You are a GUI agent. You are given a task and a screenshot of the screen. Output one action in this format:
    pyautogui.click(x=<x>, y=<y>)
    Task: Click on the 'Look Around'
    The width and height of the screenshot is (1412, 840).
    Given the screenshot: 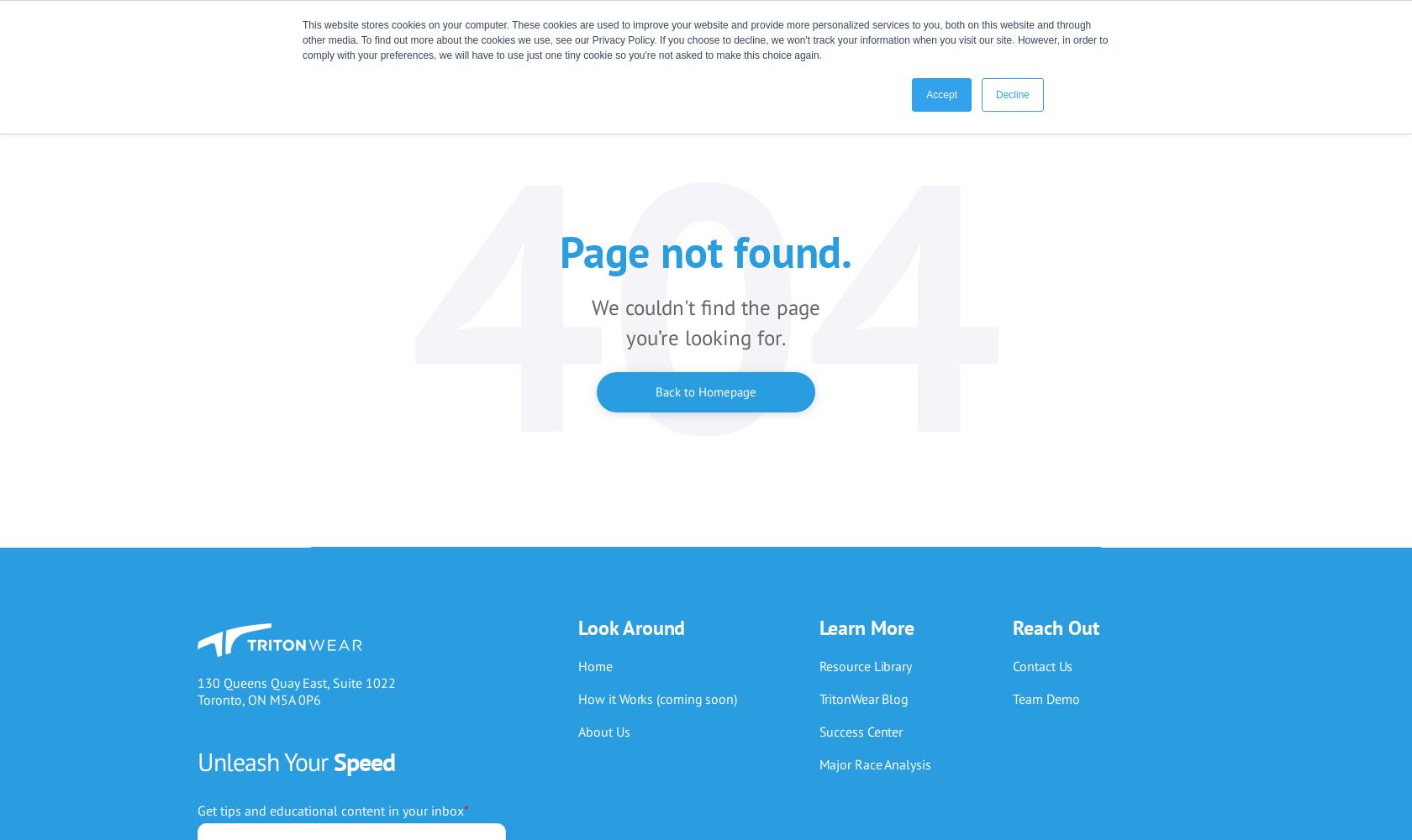 What is the action you would take?
    pyautogui.click(x=631, y=626)
    